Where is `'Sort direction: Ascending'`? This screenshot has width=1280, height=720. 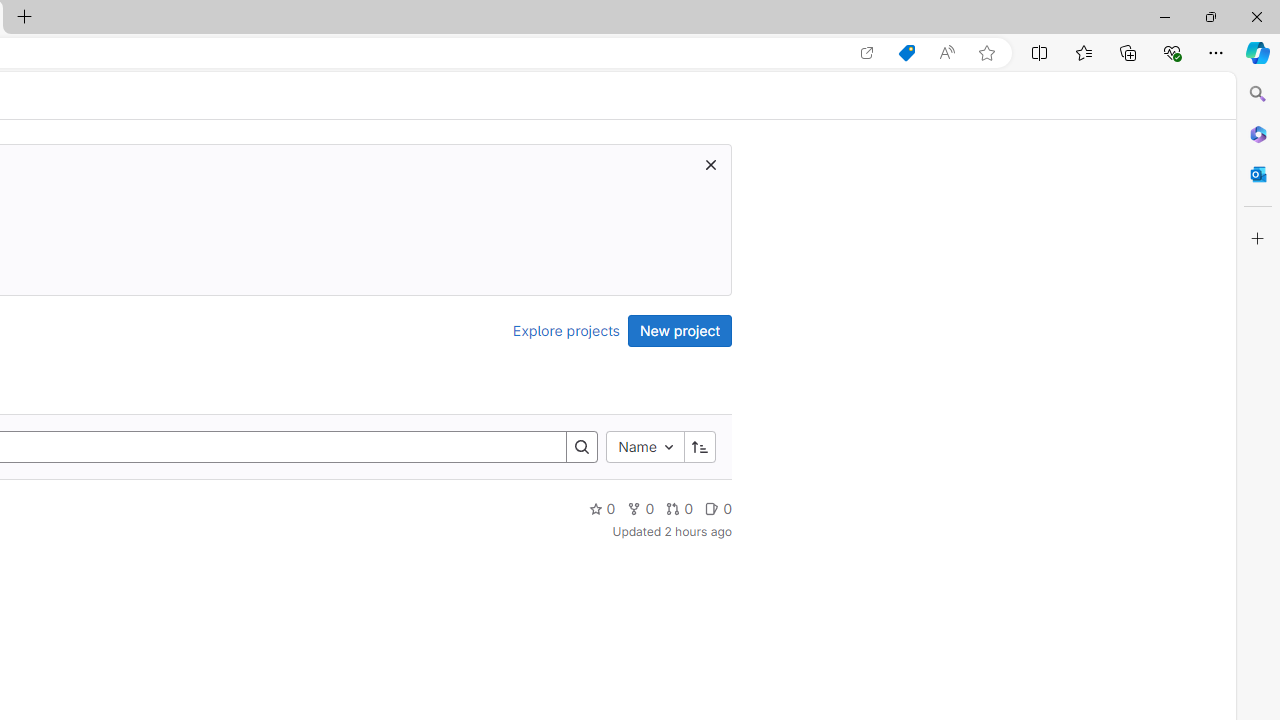
'Sort direction: Ascending' is located at coordinates (699, 445).